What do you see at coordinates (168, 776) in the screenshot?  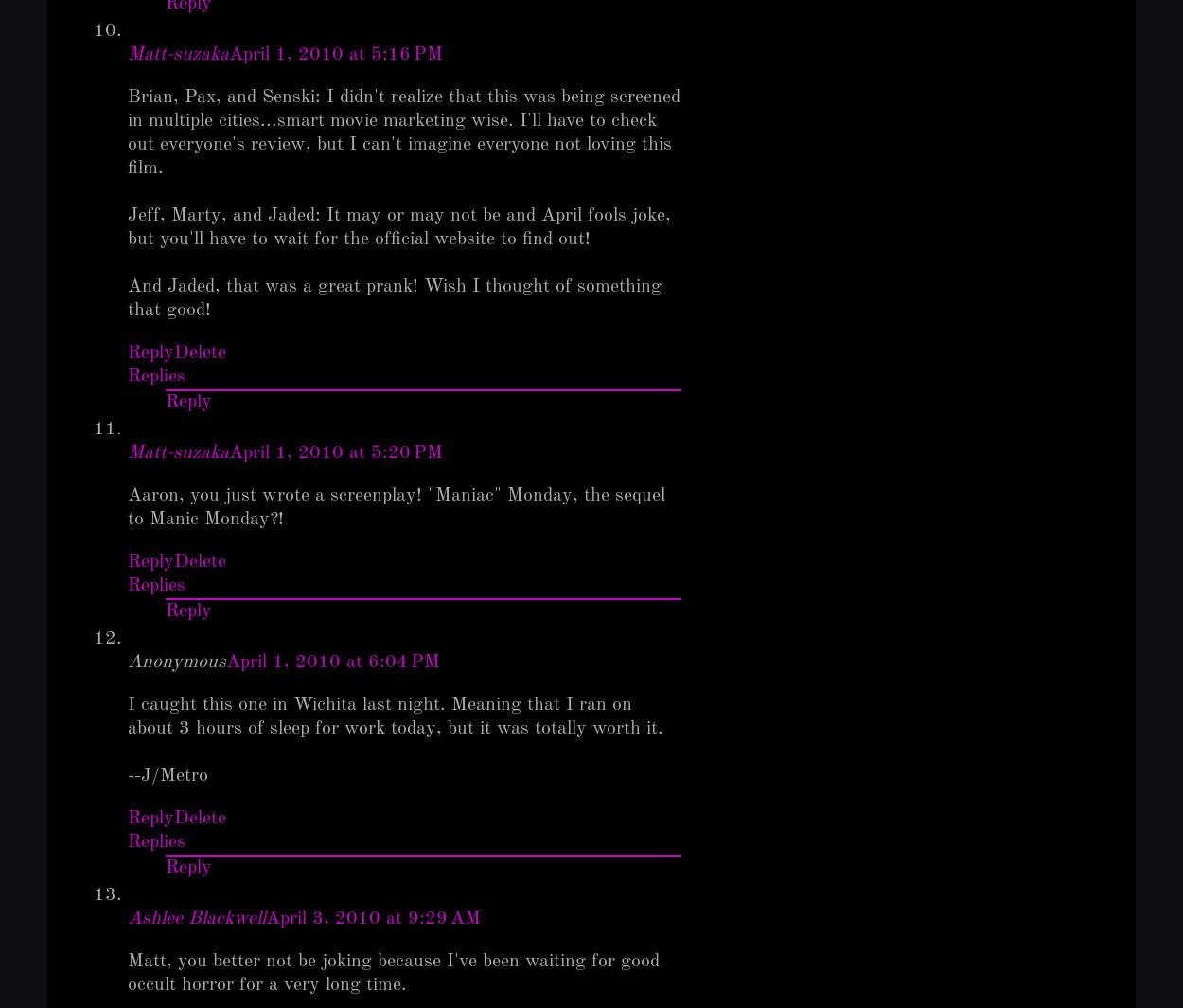 I see `'--J/Metro'` at bounding box center [168, 776].